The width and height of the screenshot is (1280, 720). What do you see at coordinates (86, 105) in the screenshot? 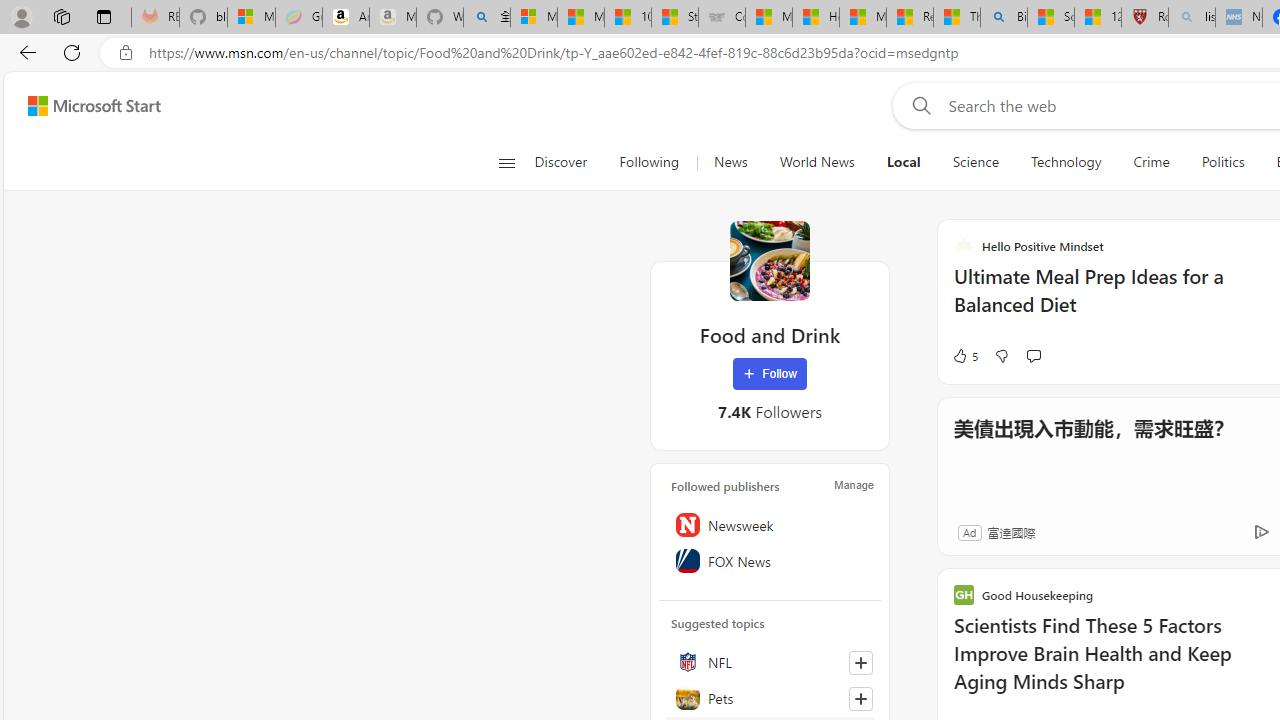
I see `'Skip to content'` at bounding box center [86, 105].